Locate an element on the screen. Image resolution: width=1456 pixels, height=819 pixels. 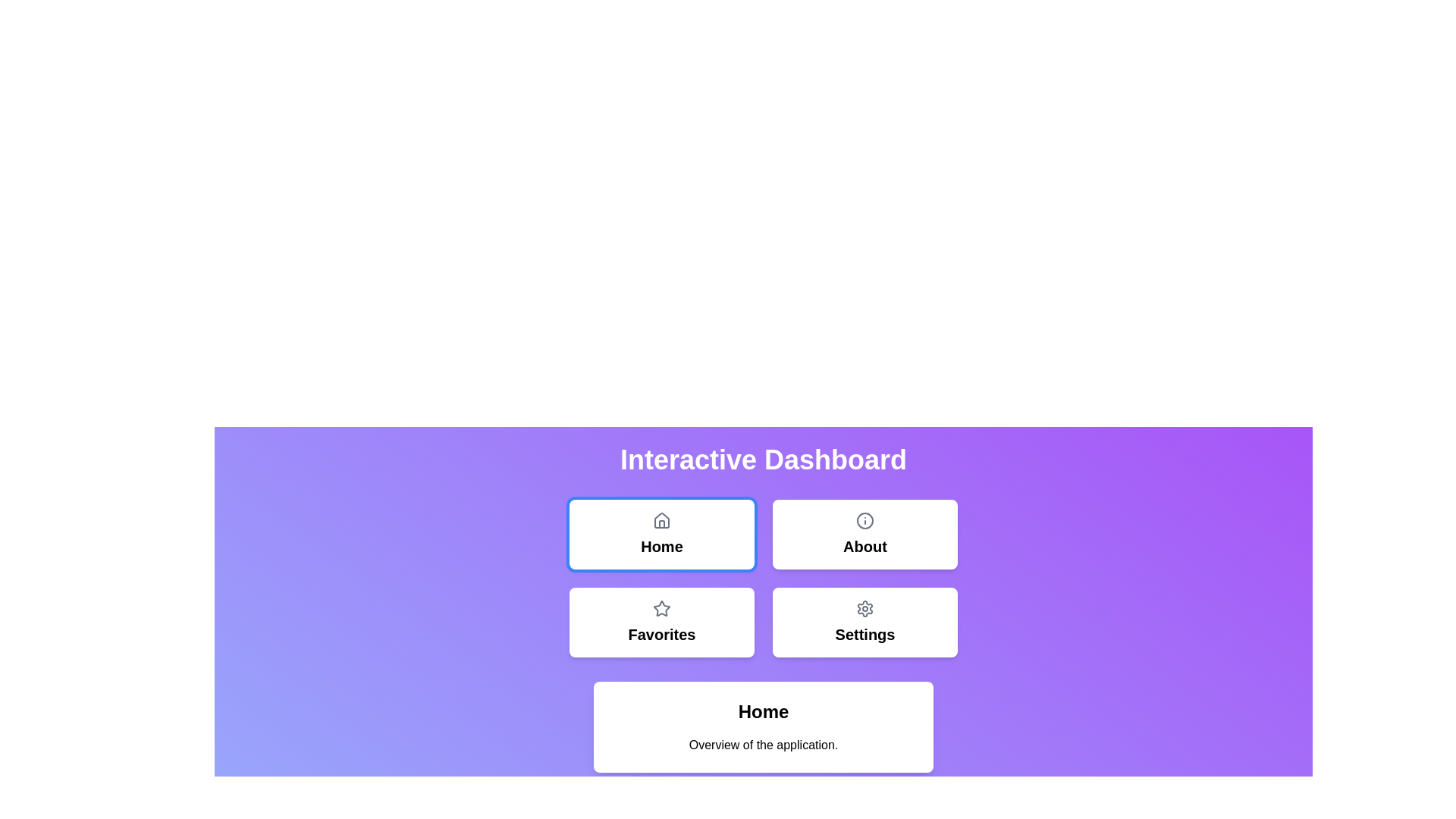
the Favorites button to select it is located at coordinates (662, 623).